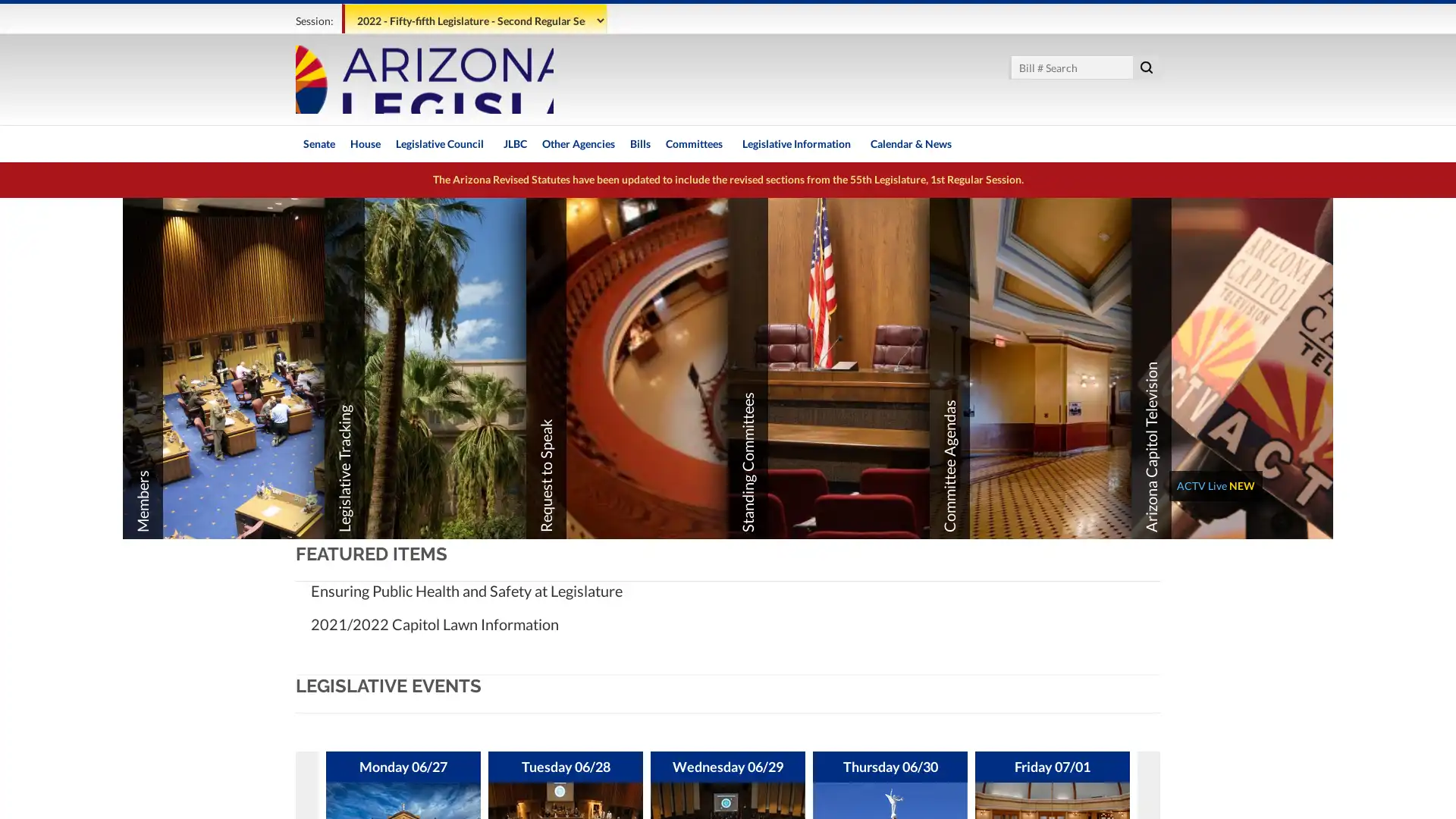 Image resolution: width=1456 pixels, height=819 pixels. What do you see at coordinates (1147, 66) in the screenshot?
I see `Bill Number Search` at bounding box center [1147, 66].